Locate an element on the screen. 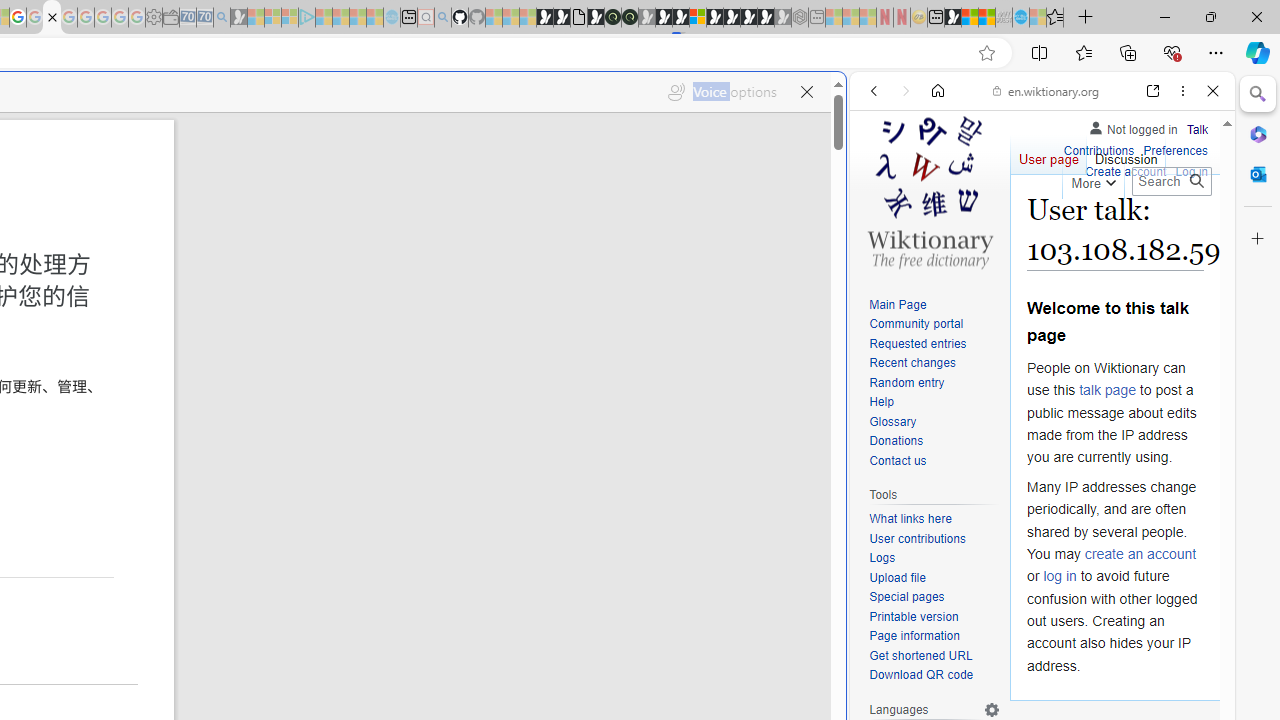 This screenshot has height=720, width=1280. 'Main Page' is located at coordinates (934, 305).